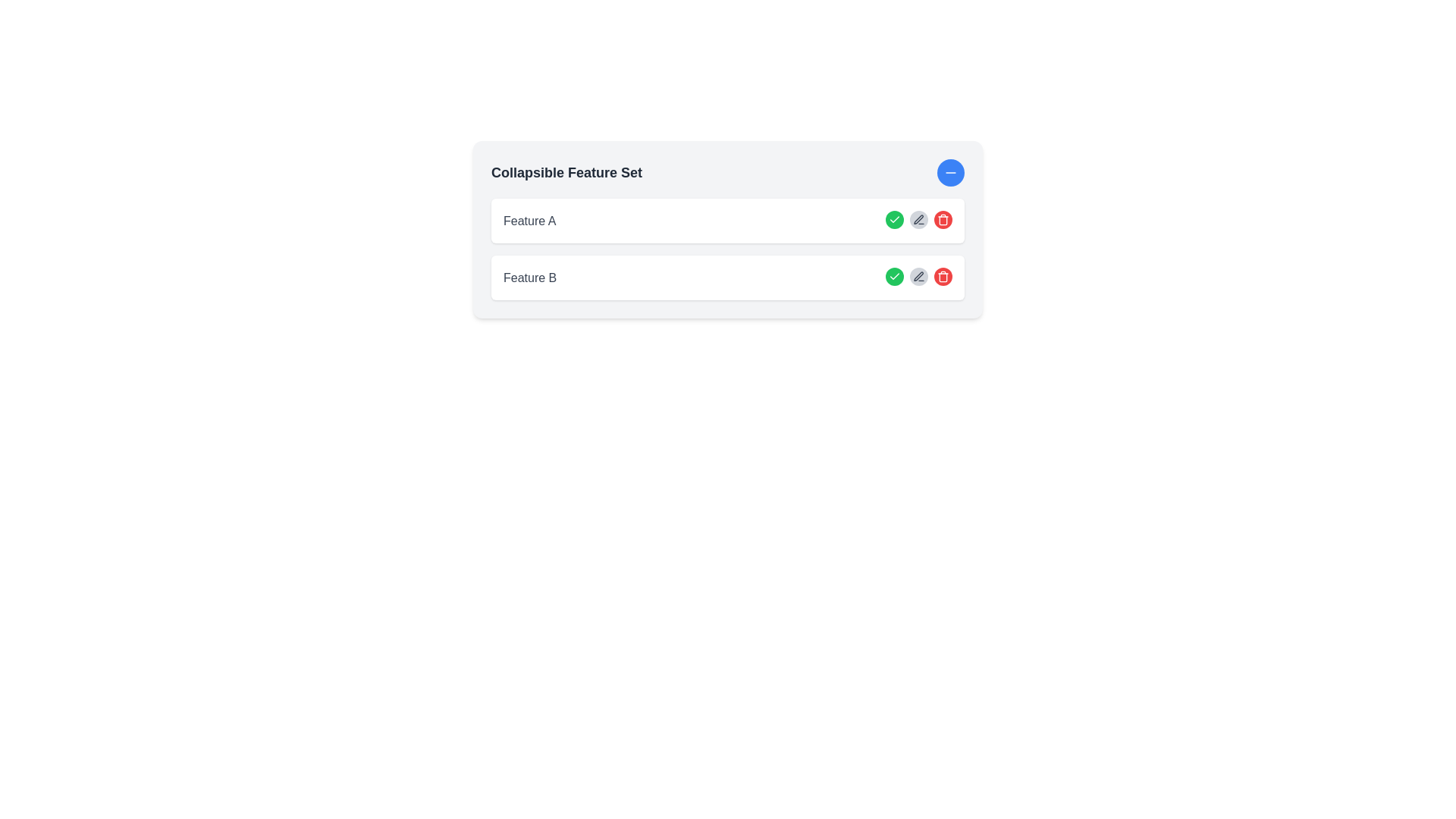 The height and width of the screenshot is (819, 1456). Describe the element at coordinates (918, 219) in the screenshot. I see `the pen-like icon in the second row of action icons in Feature B` at that location.